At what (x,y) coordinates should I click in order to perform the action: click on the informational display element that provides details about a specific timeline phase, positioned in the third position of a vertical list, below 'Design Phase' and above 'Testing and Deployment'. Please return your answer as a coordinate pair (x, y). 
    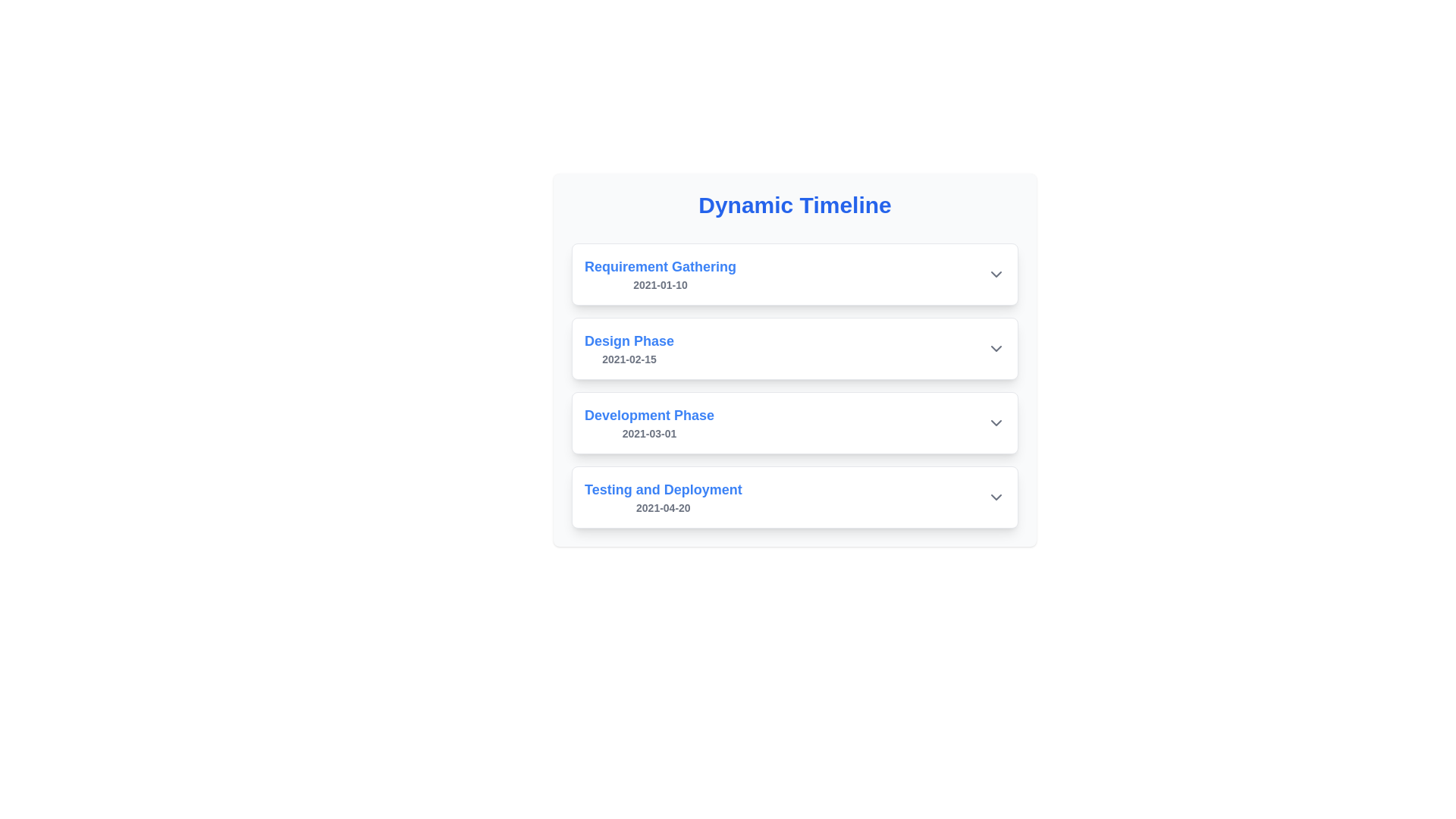
    Looking at the image, I should click on (649, 423).